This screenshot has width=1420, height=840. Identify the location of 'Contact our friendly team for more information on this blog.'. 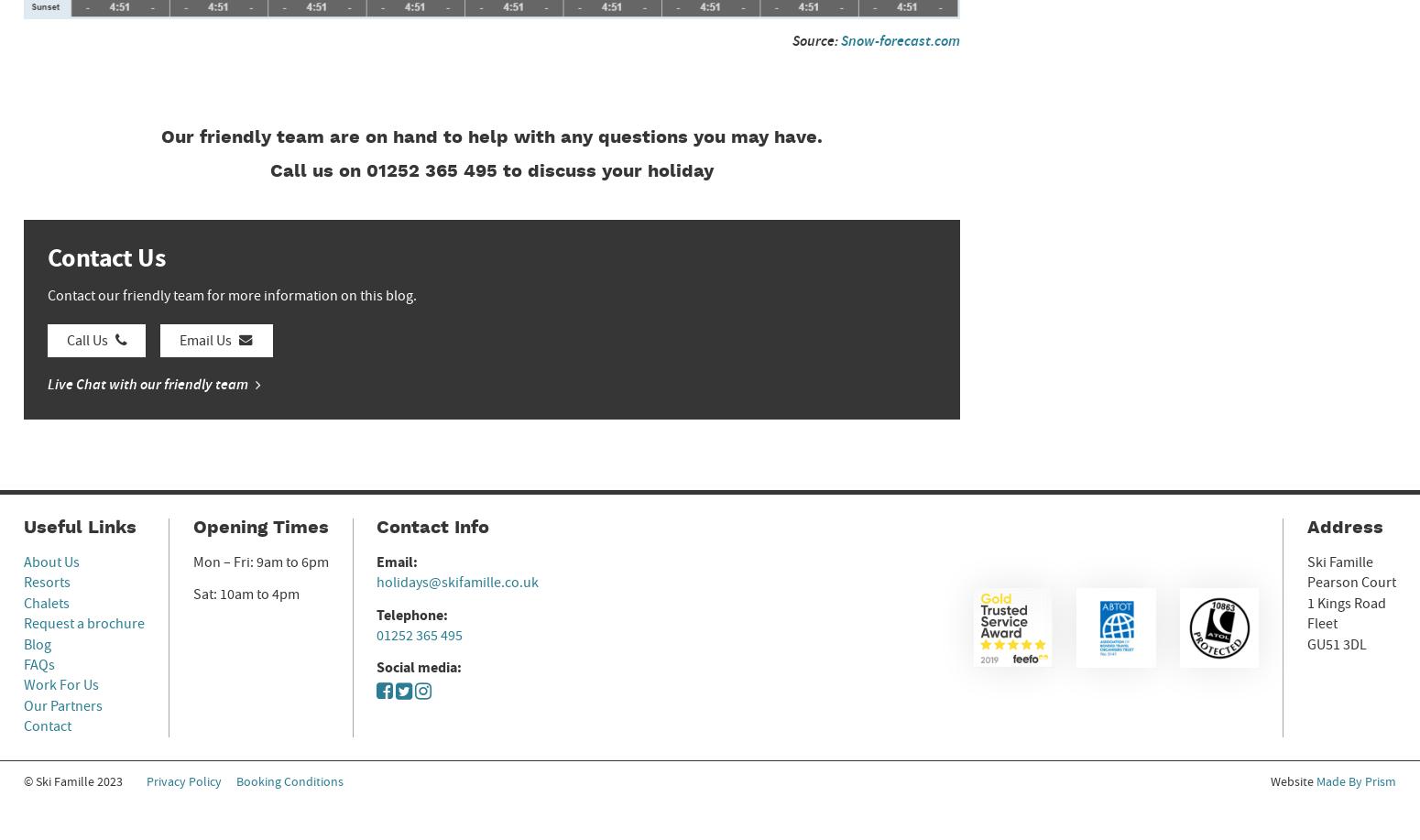
(231, 294).